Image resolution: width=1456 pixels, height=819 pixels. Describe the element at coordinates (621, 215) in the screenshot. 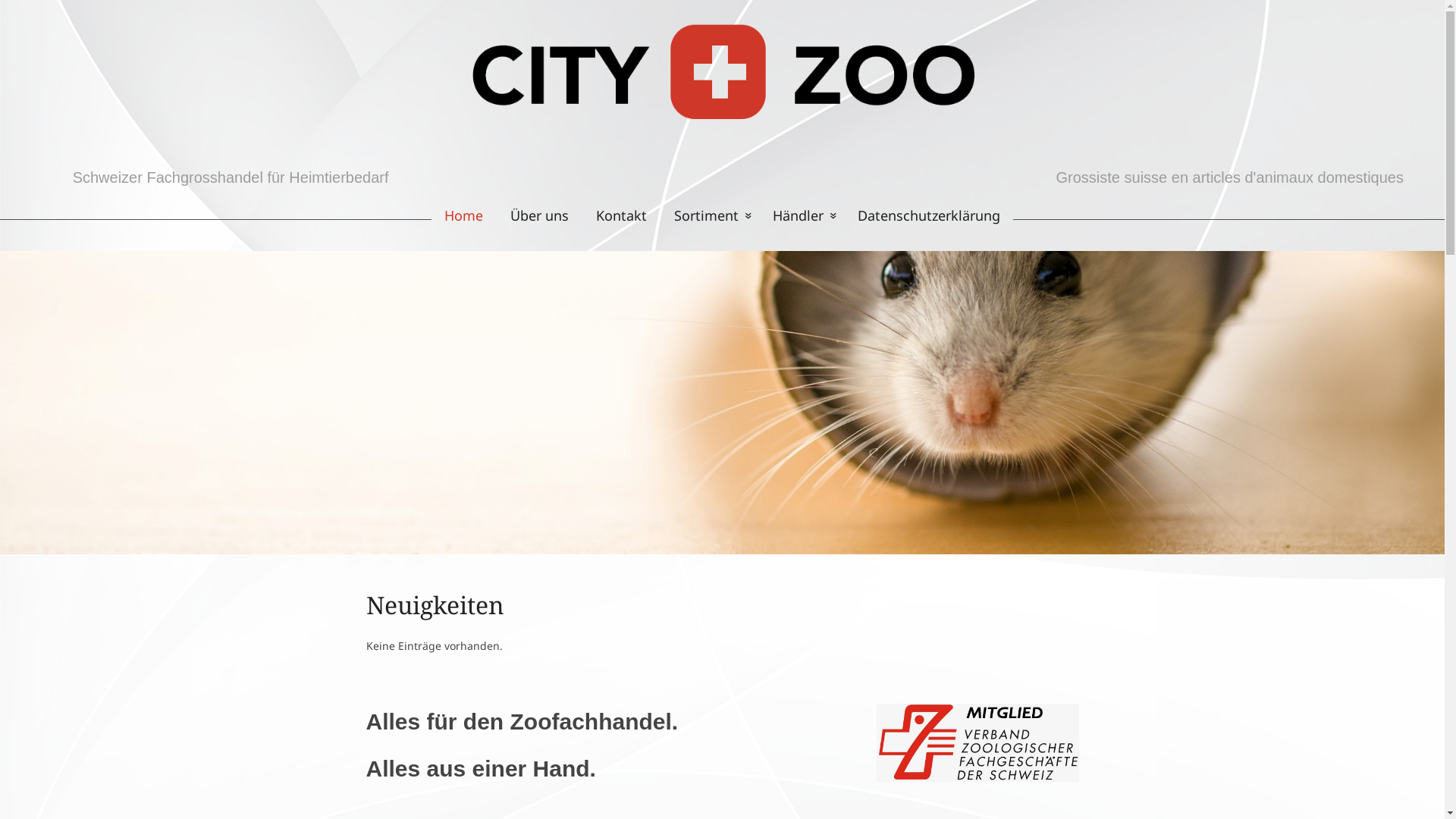

I see `'Kontakt'` at that location.